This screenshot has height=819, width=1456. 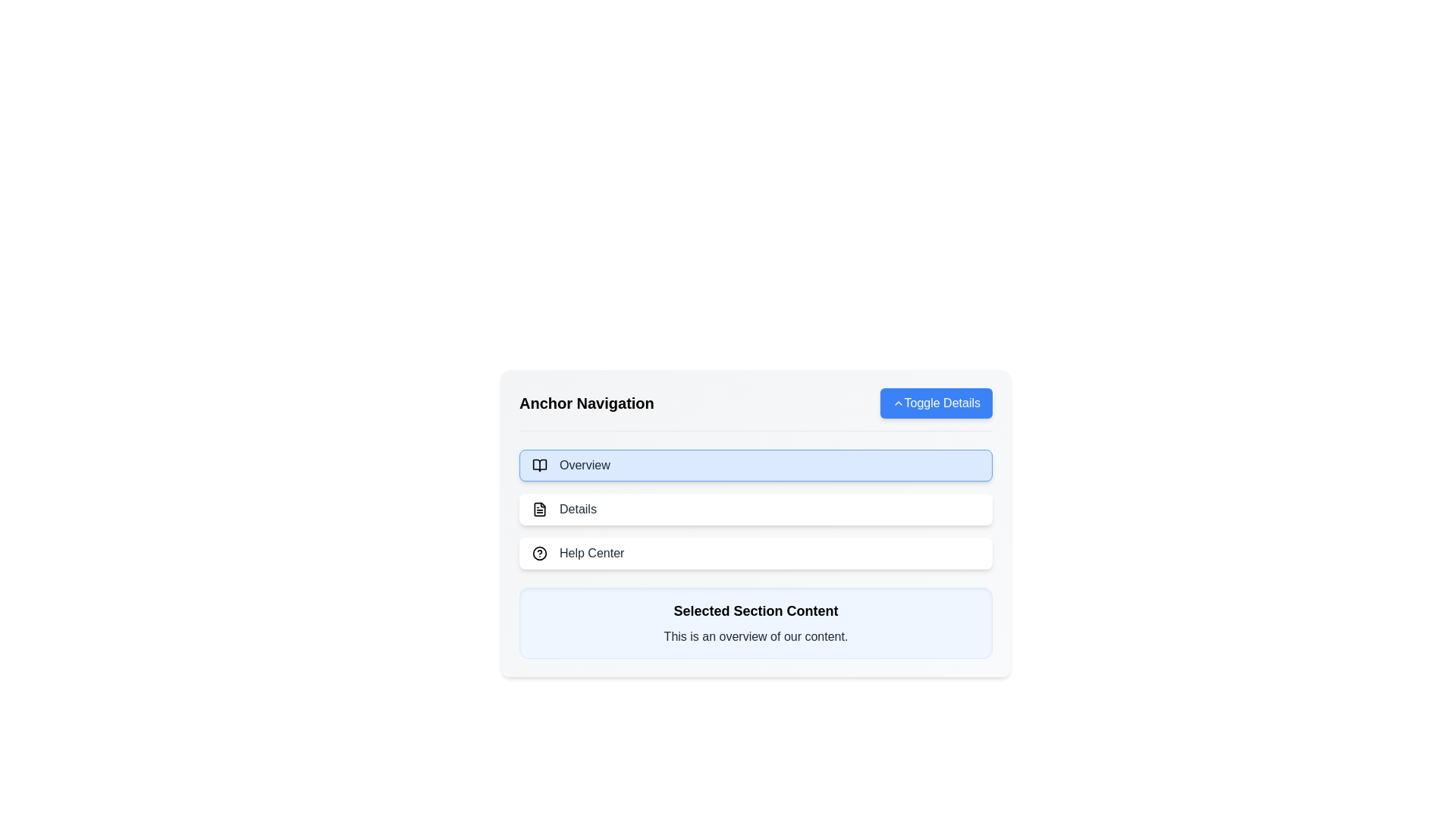 What do you see at coordinates (539, 509) in the screenshot?
I see `the illustrative icon representing text or document content that is located to the left of the 'Details' label, which is the second item in a vertically arranged list of options` at bounding box center [539, 509].